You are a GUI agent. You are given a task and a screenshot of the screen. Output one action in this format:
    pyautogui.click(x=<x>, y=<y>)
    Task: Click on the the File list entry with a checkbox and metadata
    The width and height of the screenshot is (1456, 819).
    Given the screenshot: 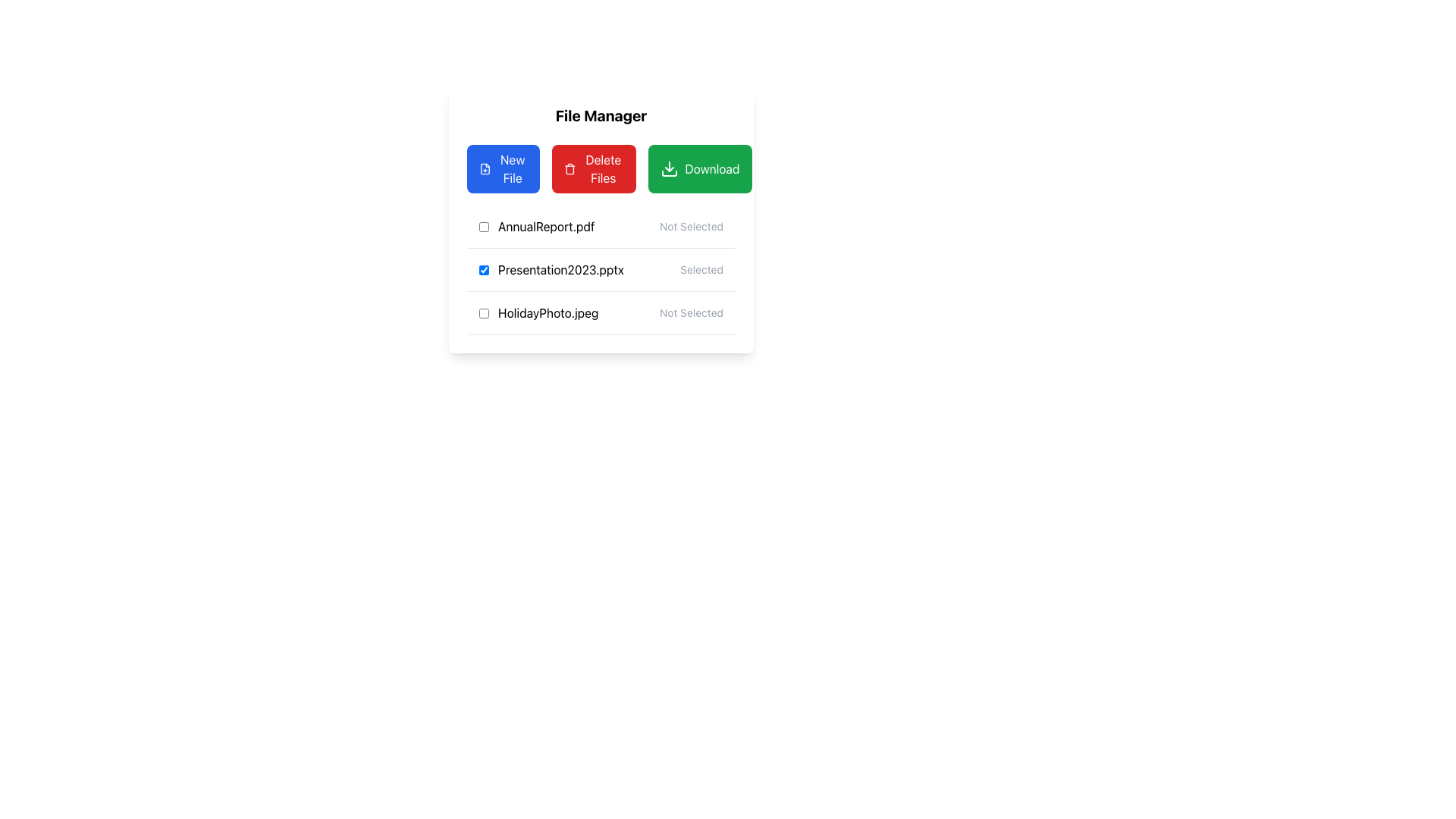 What is the action you would take?
    pyautogui.click(x=600, y=268)
    